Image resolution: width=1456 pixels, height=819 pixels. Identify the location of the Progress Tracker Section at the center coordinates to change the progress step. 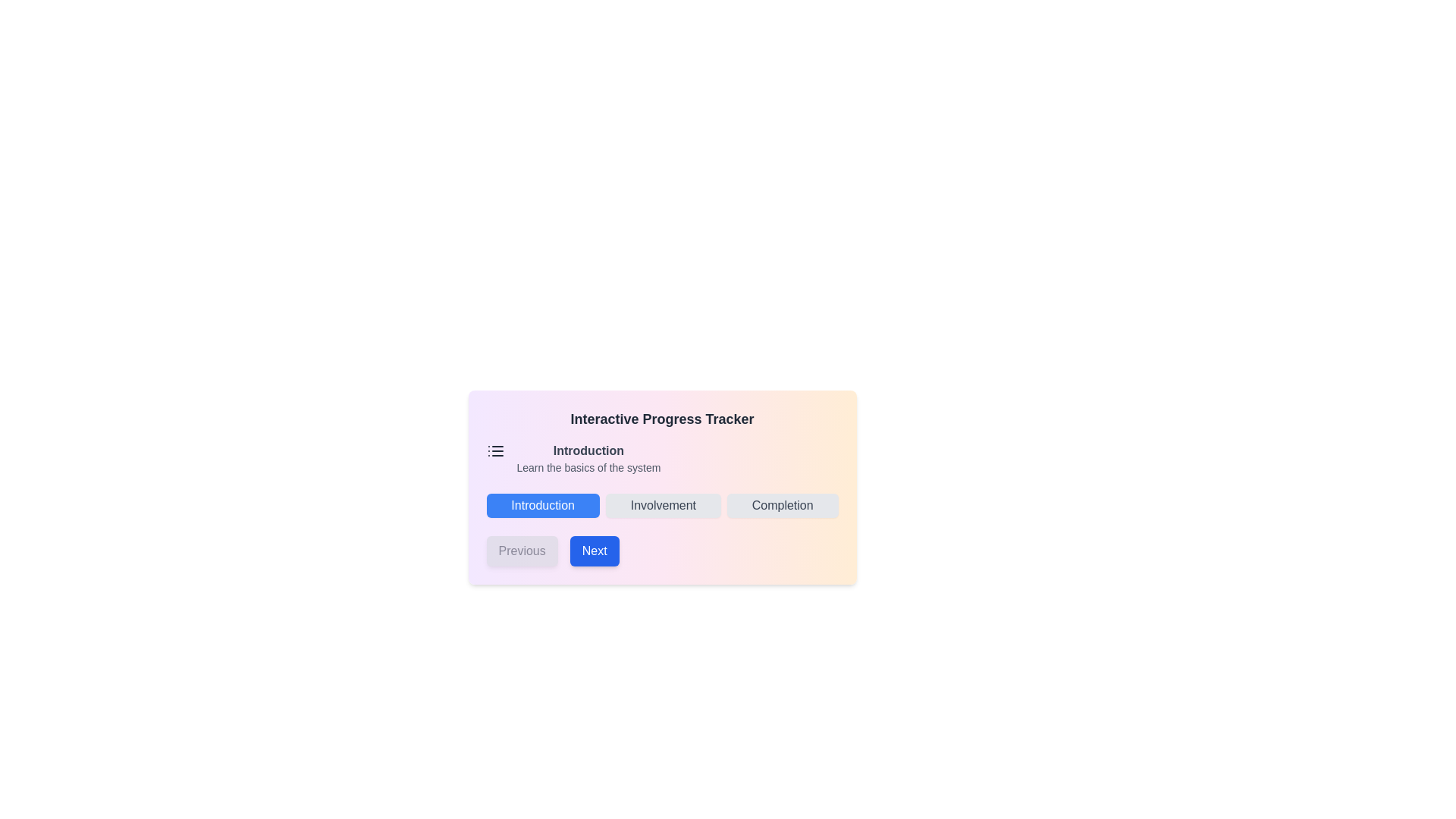
(662, 488).